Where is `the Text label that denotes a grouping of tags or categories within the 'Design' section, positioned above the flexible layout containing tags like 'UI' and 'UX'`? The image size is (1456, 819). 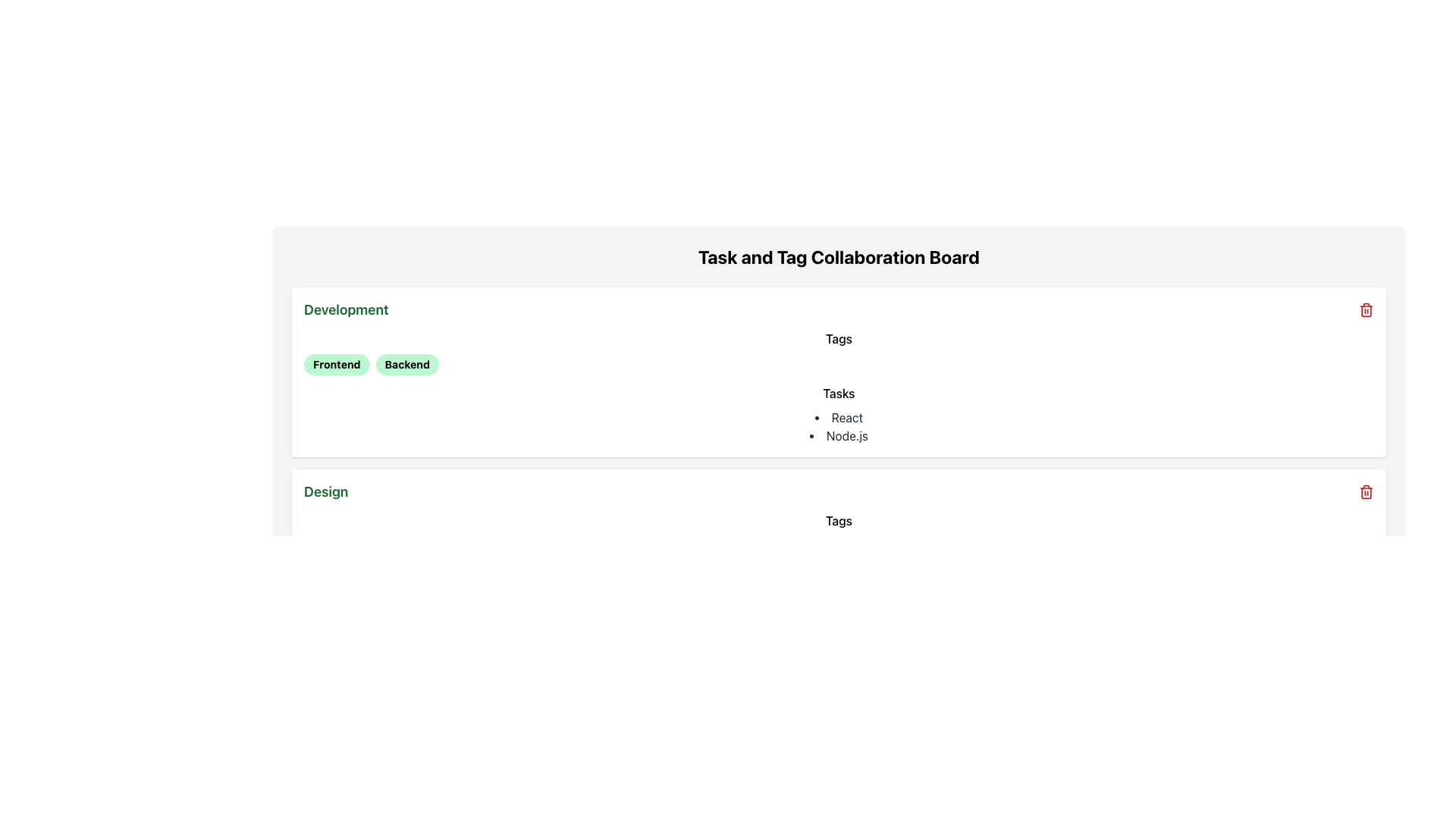
the Text label that denotes a grouping of tags or categories within the 'Design' section, positioned above the flexible layout containing tags like 'UI' and 'UX' is located at coordinates (838, 519).